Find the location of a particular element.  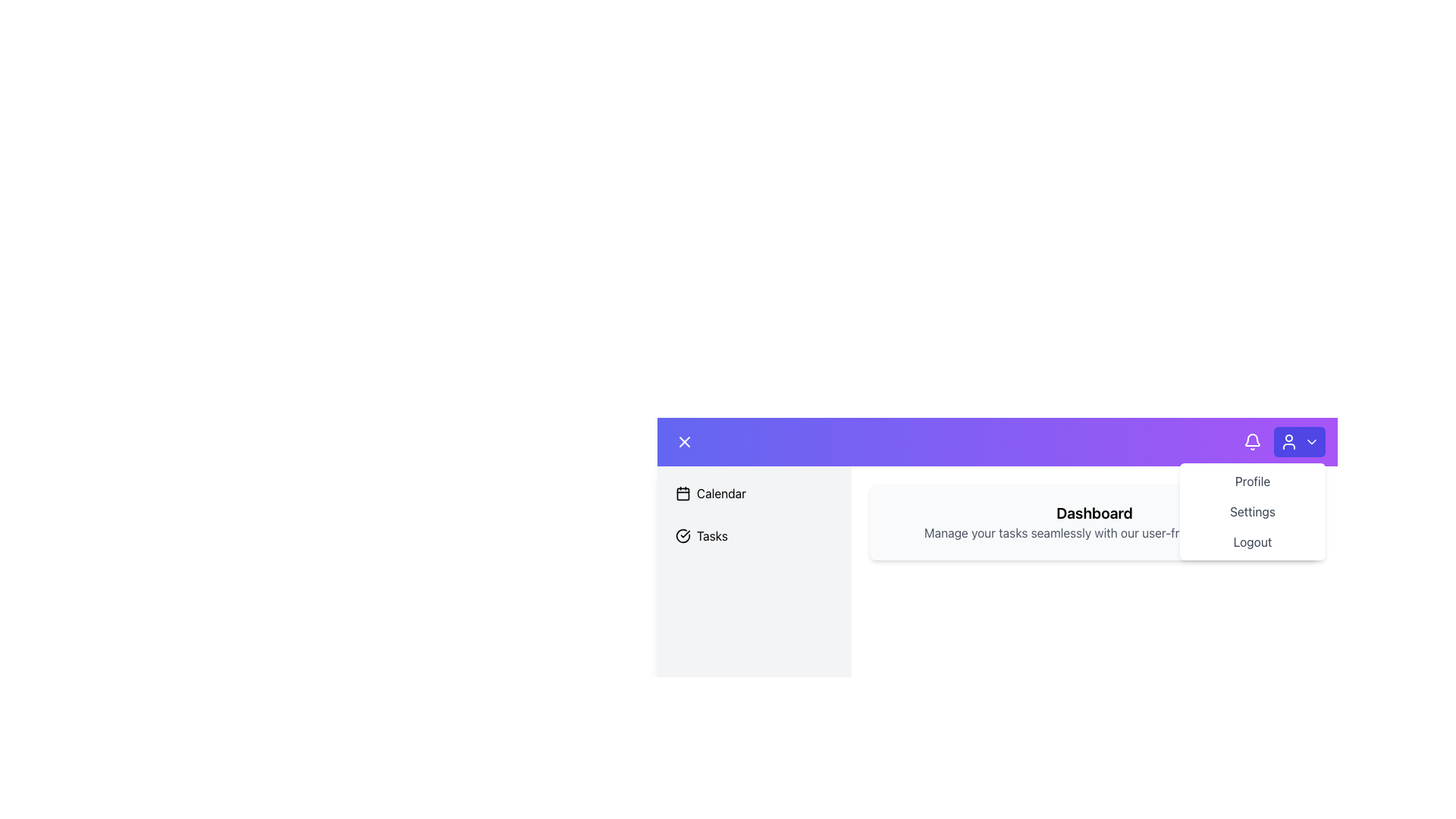

the icon-based button styled as a cross ('X') with a purple background located at the top-left corner of the purple header bar is located at coordinates (683, 441).